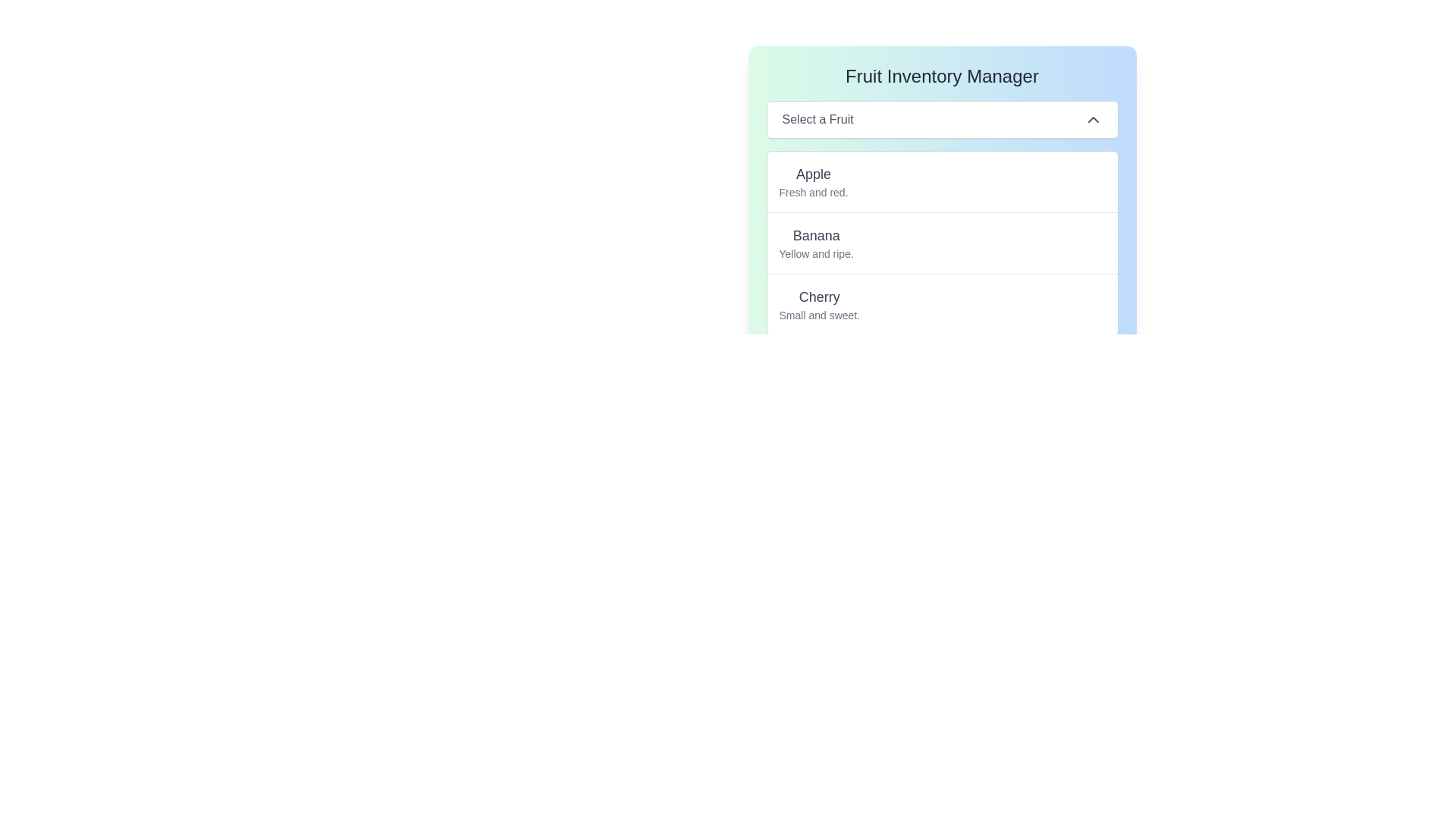 This screenshot has height=819, width=1456. What do you see at coordinates (818, 315) in the screenshot?
I see `the non-interactive descriptive text label that provides additional information about the list item 'Cherry', which is positioned below the 'Cherry' text label in the dropdown component` at bounding box center [818, 315].